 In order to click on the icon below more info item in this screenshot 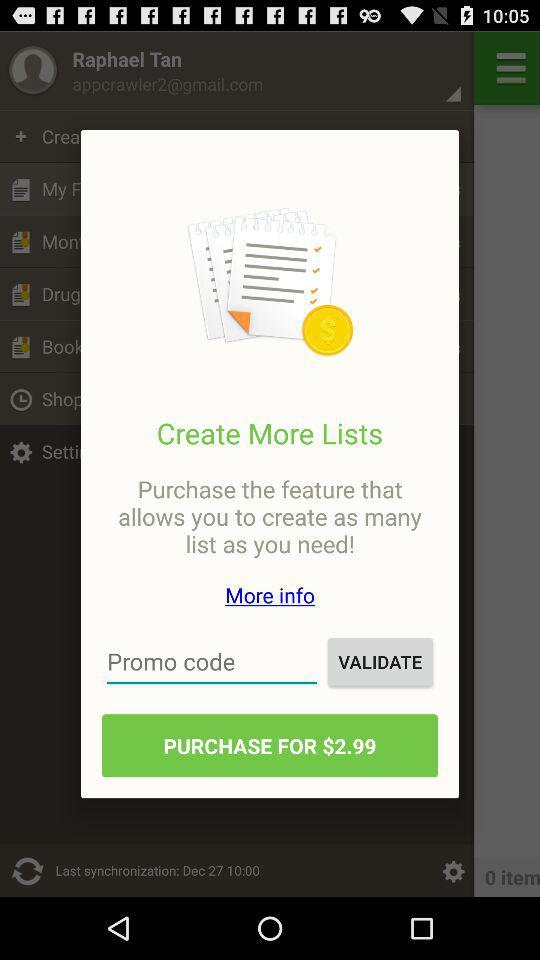, I will do `click(380, 661)`.